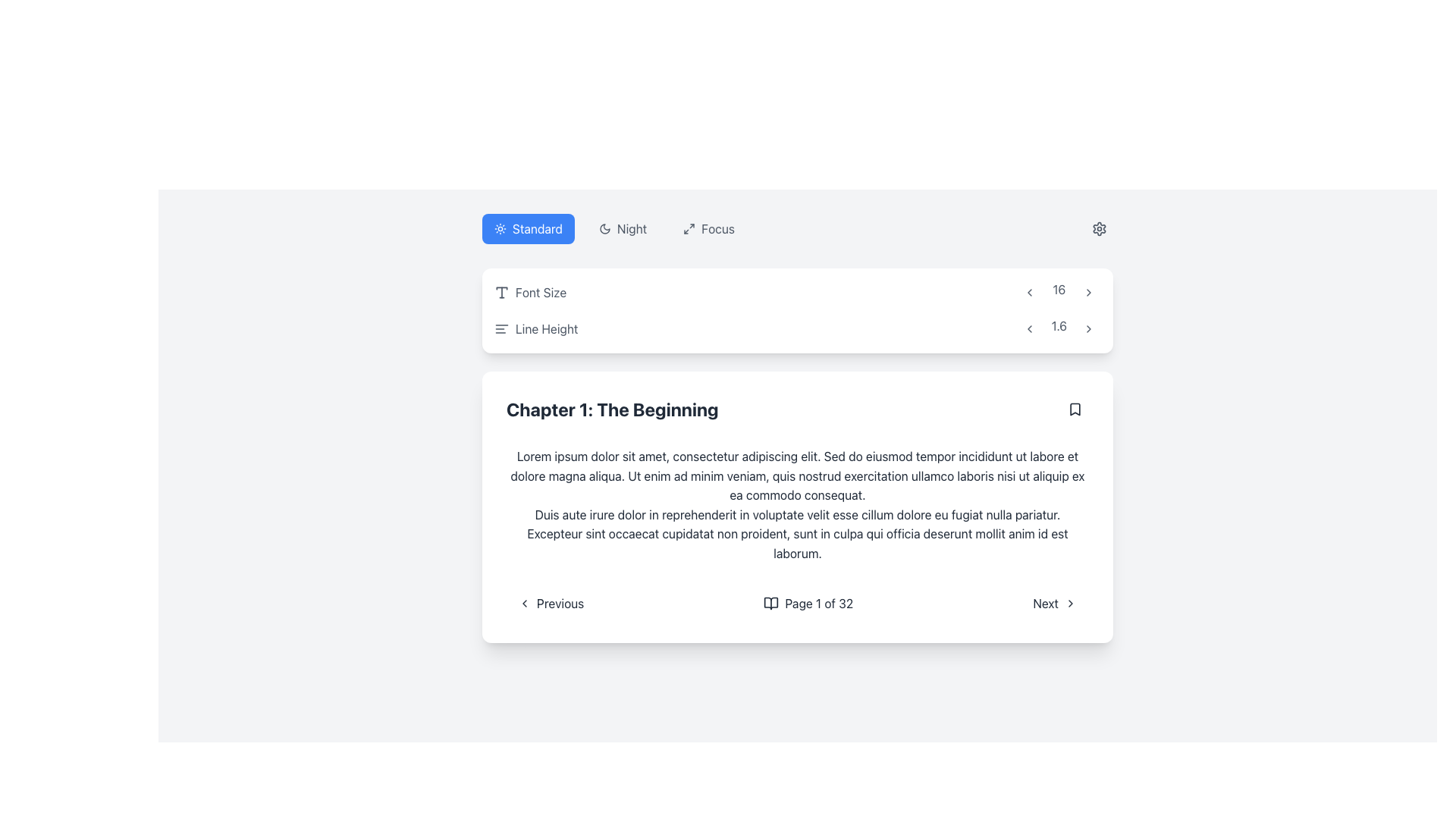 This screenshot has width=1456, height=819. I want to click on the moon-shaped icon representing the night mode toggle located in the top-center section of the interface, so click(604, 228).